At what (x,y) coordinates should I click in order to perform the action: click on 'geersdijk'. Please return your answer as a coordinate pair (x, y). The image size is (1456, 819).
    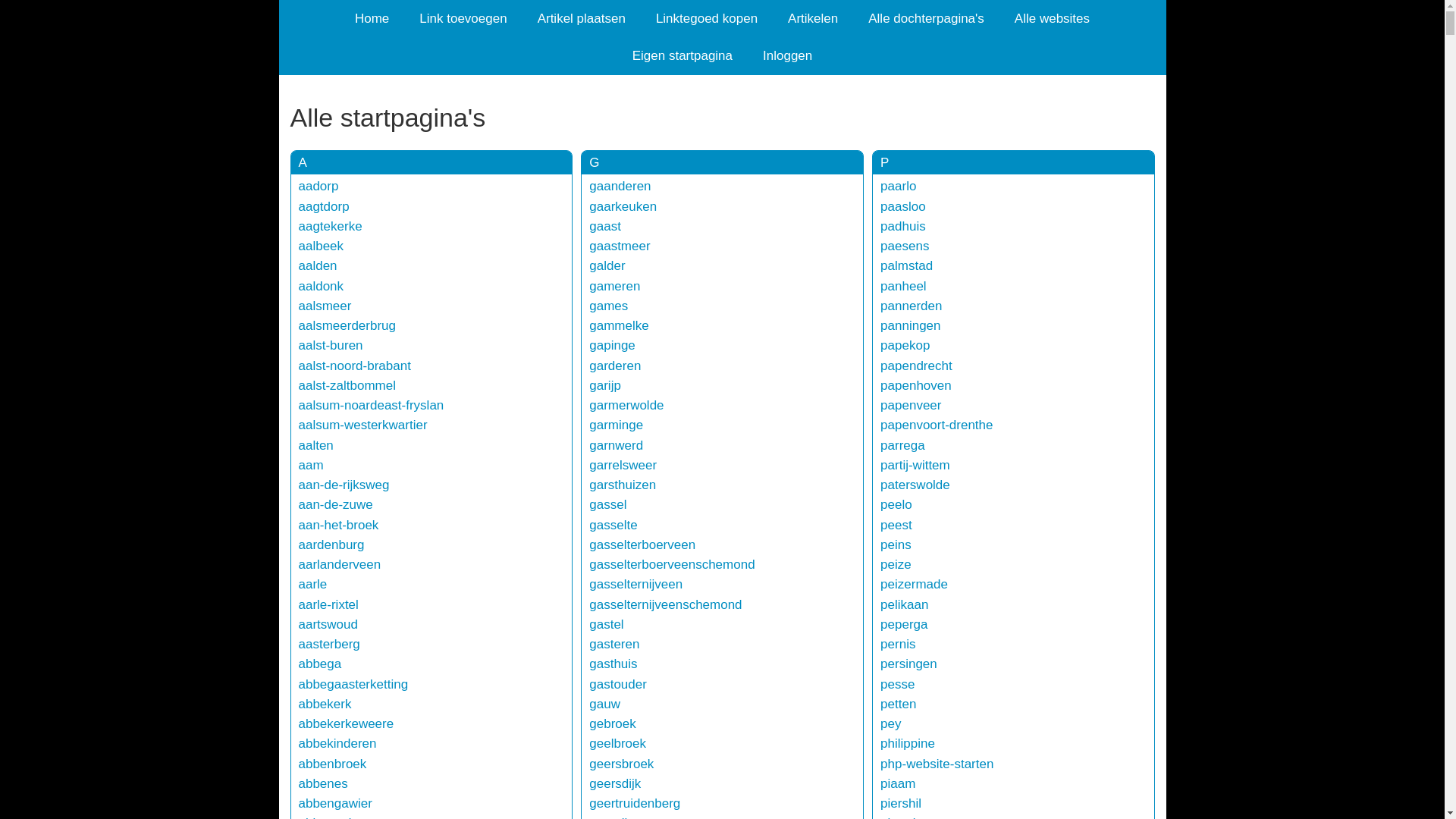
    Looking at the image, I should click on (615, 783).